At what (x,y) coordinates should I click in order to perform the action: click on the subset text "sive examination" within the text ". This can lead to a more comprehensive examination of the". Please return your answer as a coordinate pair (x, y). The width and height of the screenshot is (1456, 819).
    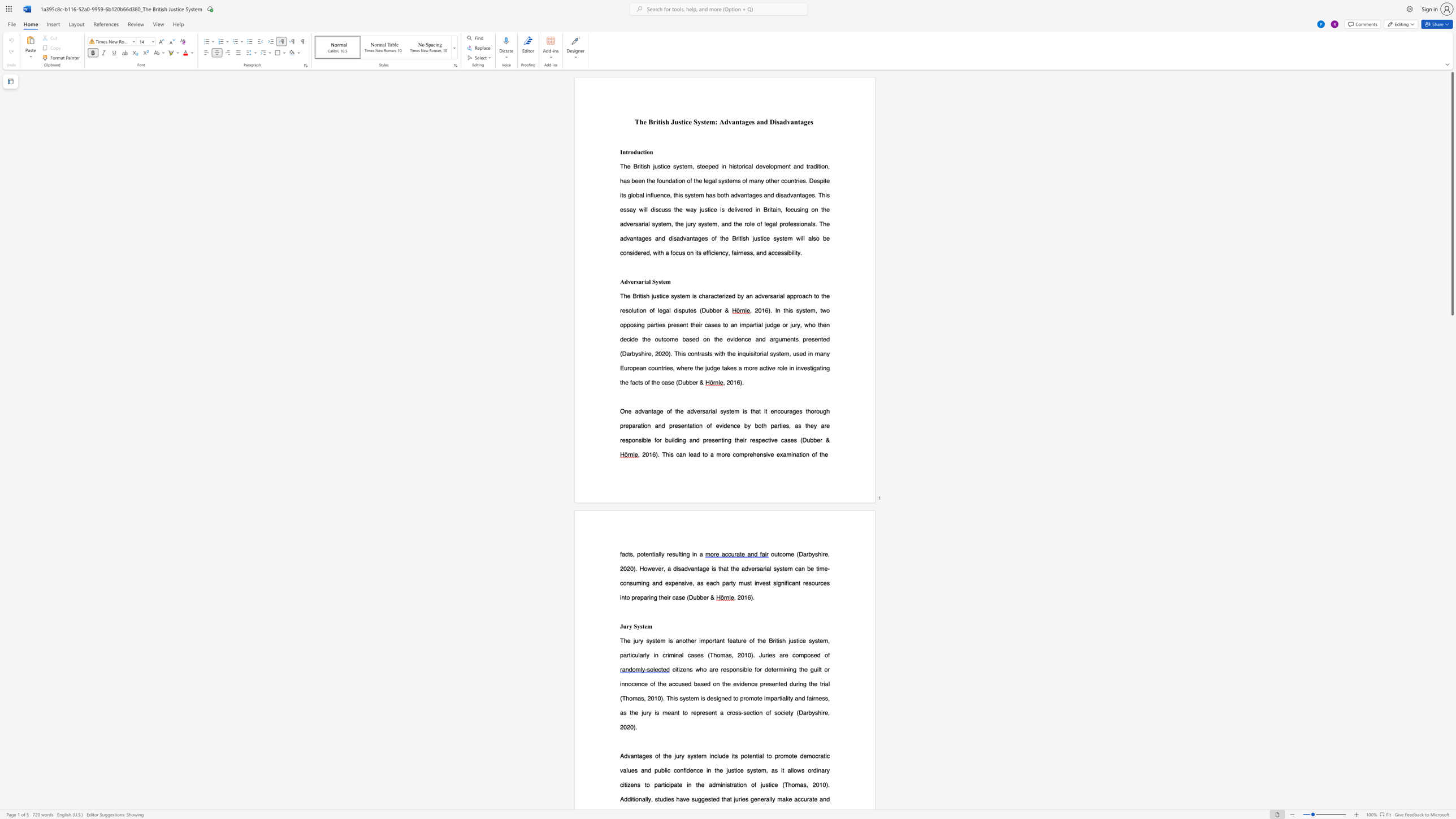
    Looking at the image, I should click on (762, 454).